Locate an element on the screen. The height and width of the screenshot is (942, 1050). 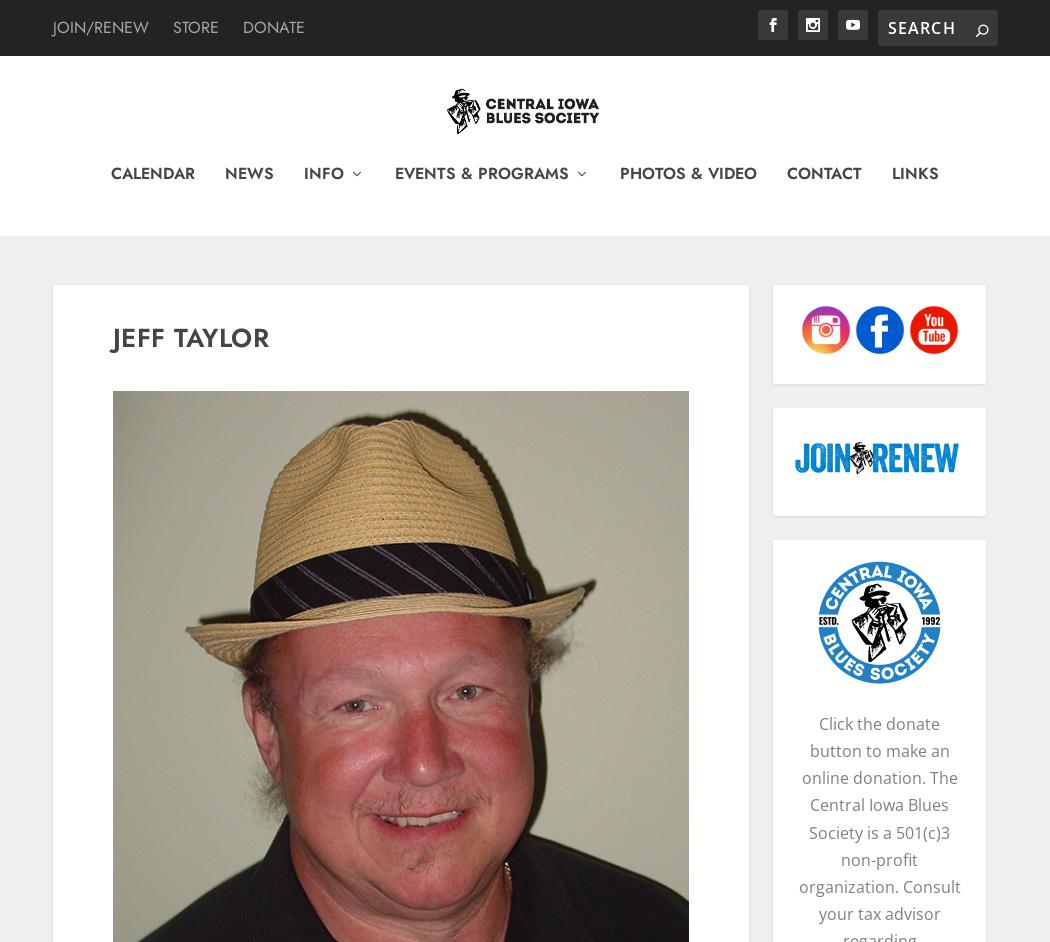
'SpringFest' is located at coordinates (445, 551).